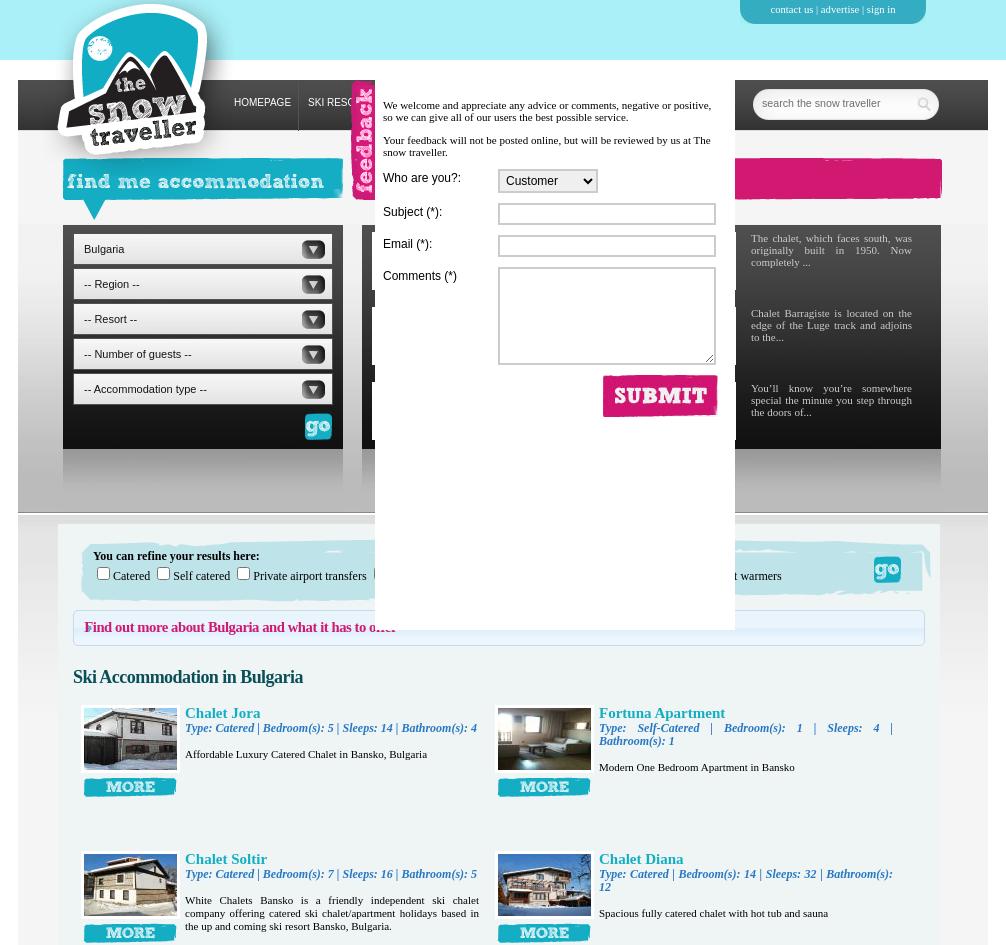 Image resolution: width=1006 pixels, height=945 pixels. I want to click on 'Find out more about Bulgaria and what it has to offer', so click(84, 626).